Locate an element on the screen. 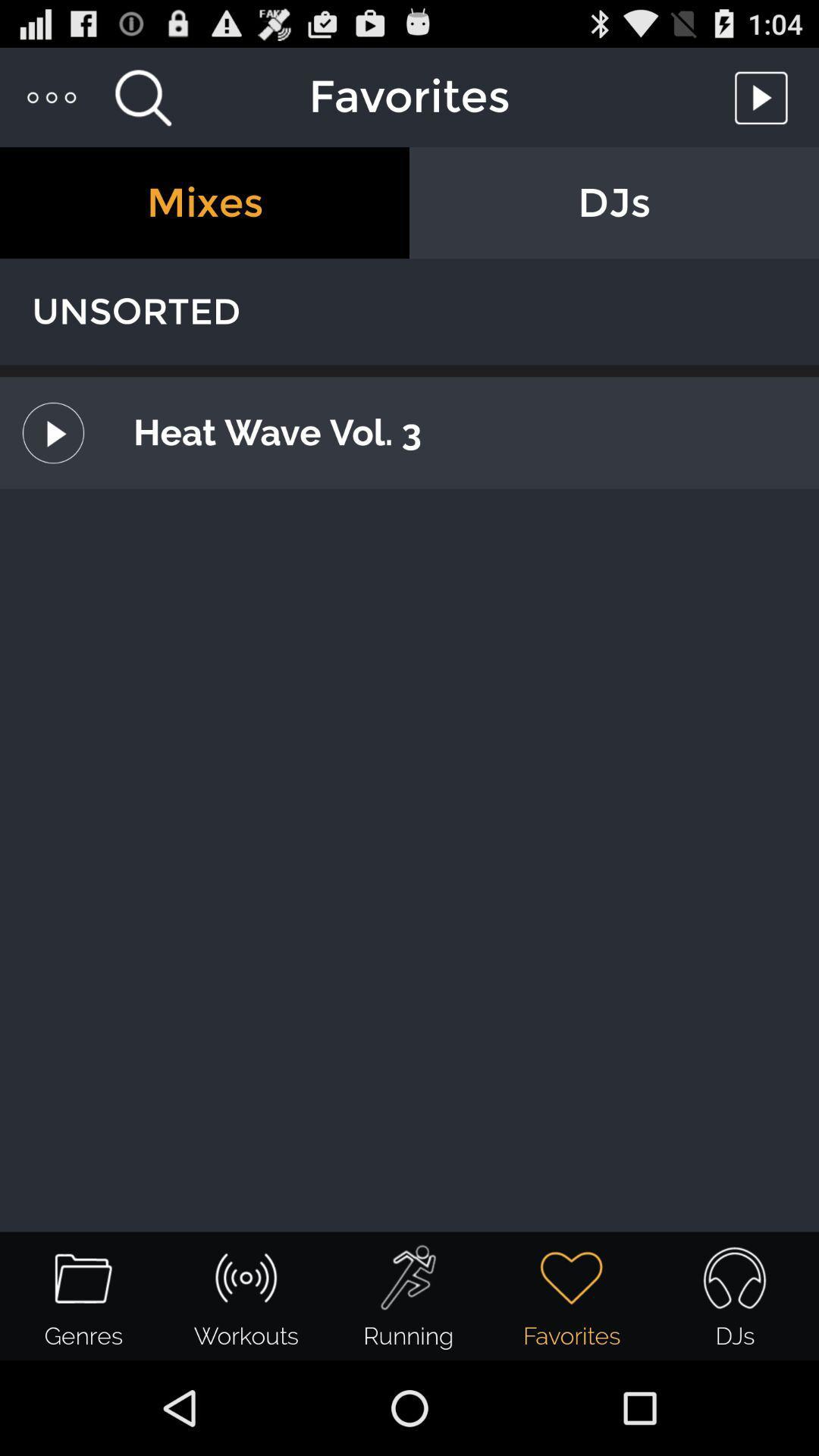 Image resolution: width=819 pixels, height=1456 pixels. the mixes is located at coordinates (205, 202).